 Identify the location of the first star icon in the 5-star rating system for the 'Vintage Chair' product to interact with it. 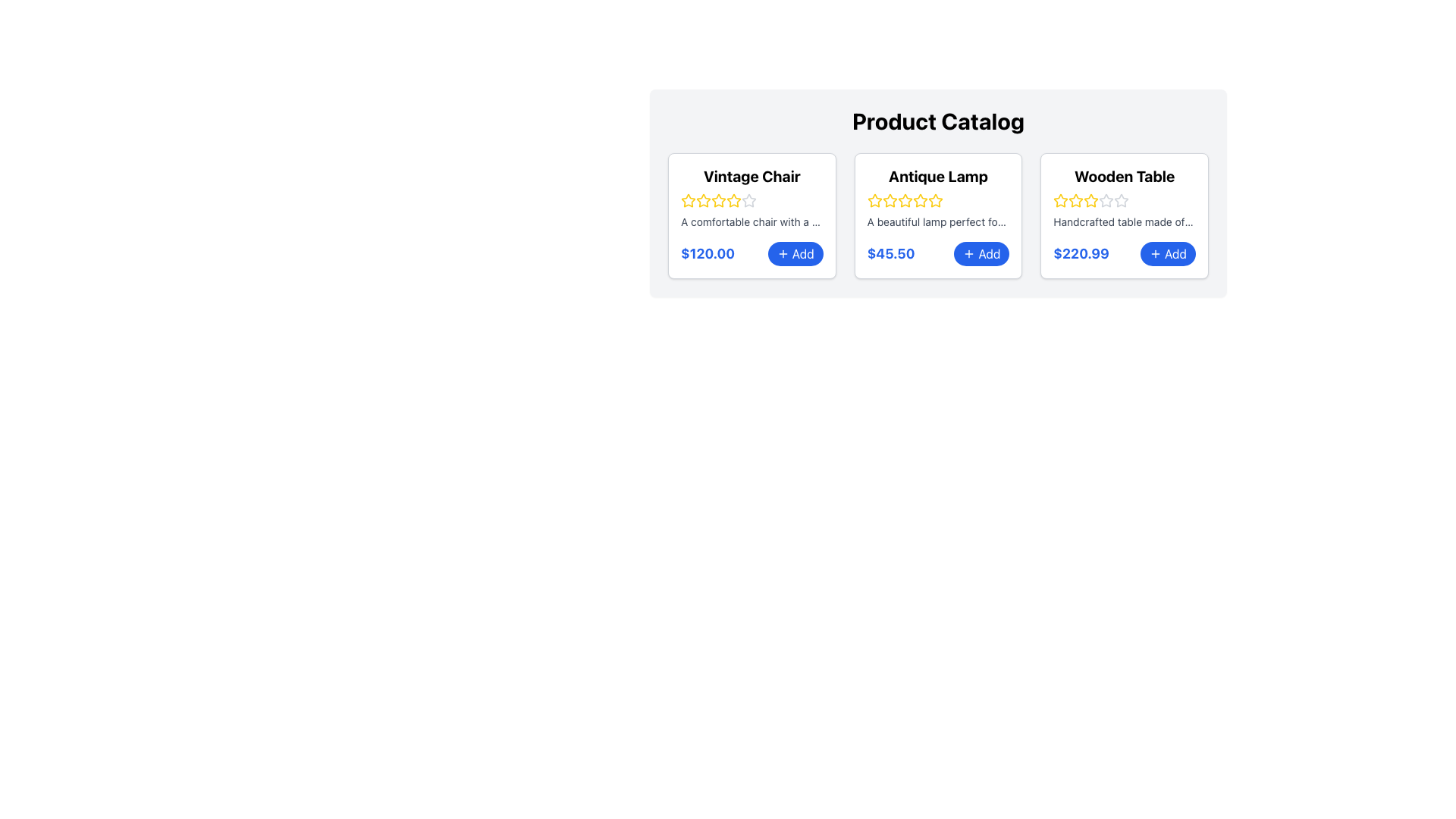
(687, 199).